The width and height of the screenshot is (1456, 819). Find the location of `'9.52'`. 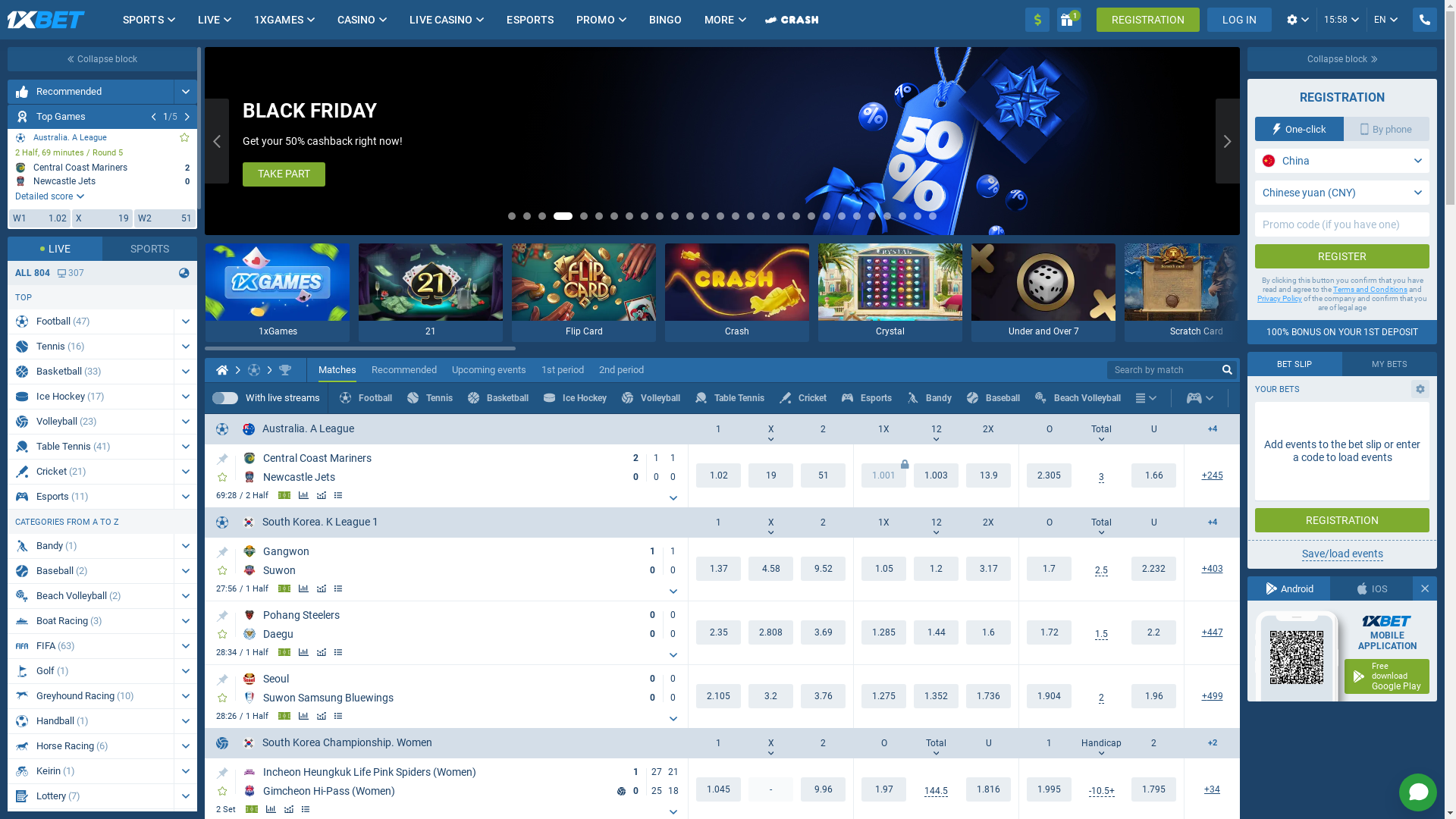

'9.52' is located at coordinates (822, 568).